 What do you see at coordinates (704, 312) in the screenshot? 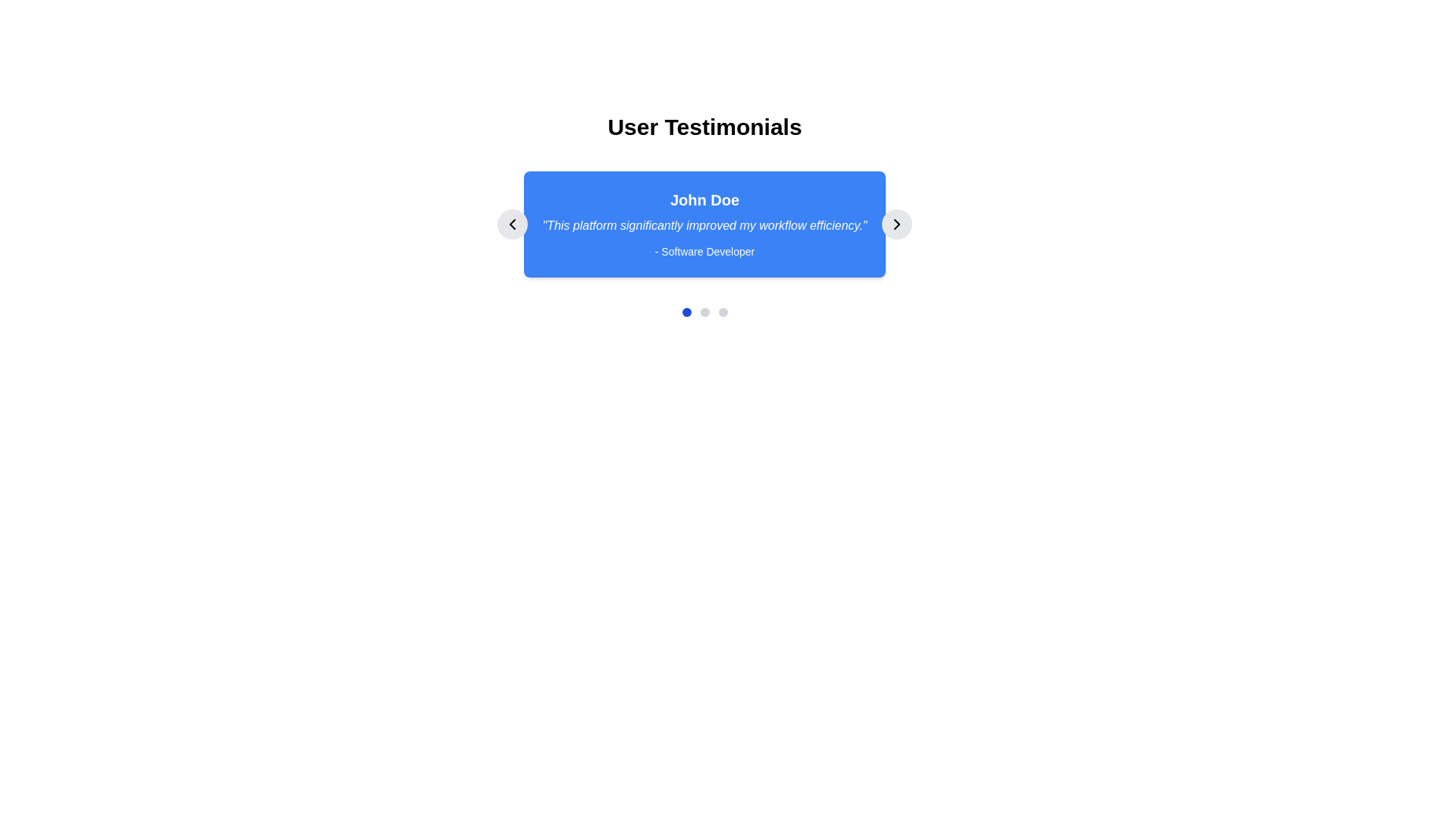
I see `the second dot indicator for carousel navigation to switch to the second testimonial` at bounding box center [704, 312].